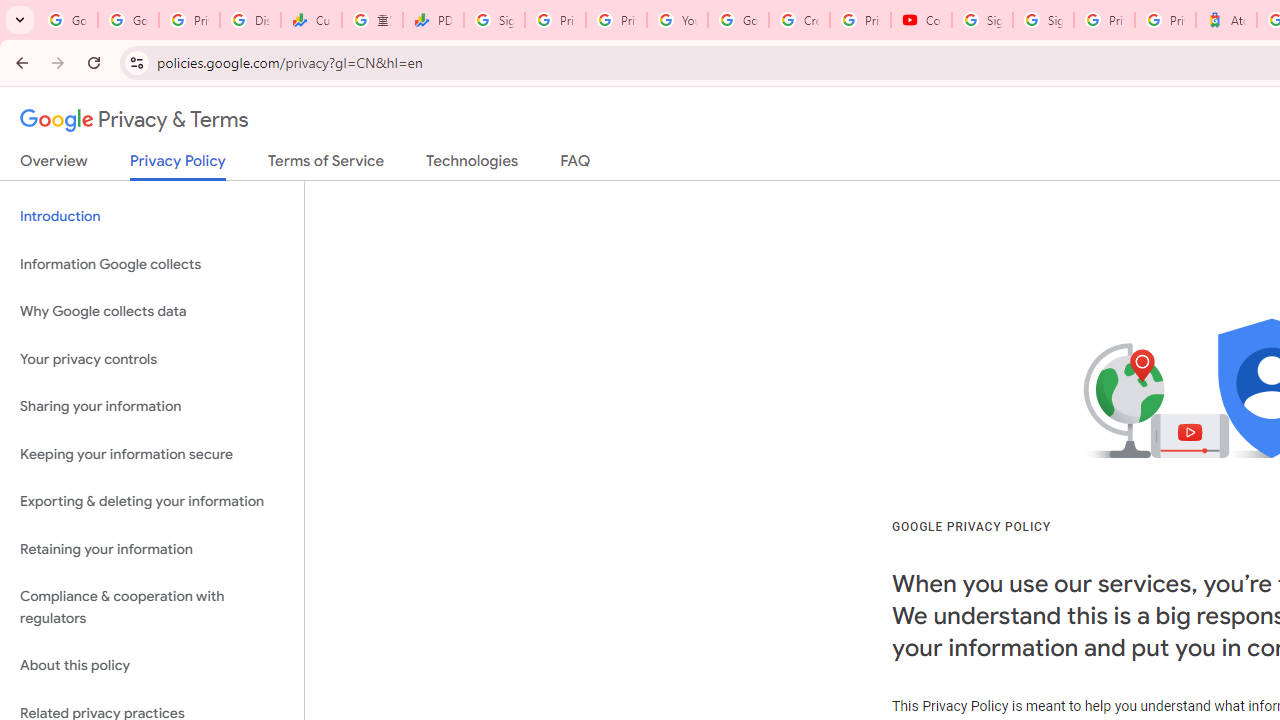  Describe the element at coordinates (310, 20) in the screenshot. I see `'Currencies - Google Finance'` at that location.